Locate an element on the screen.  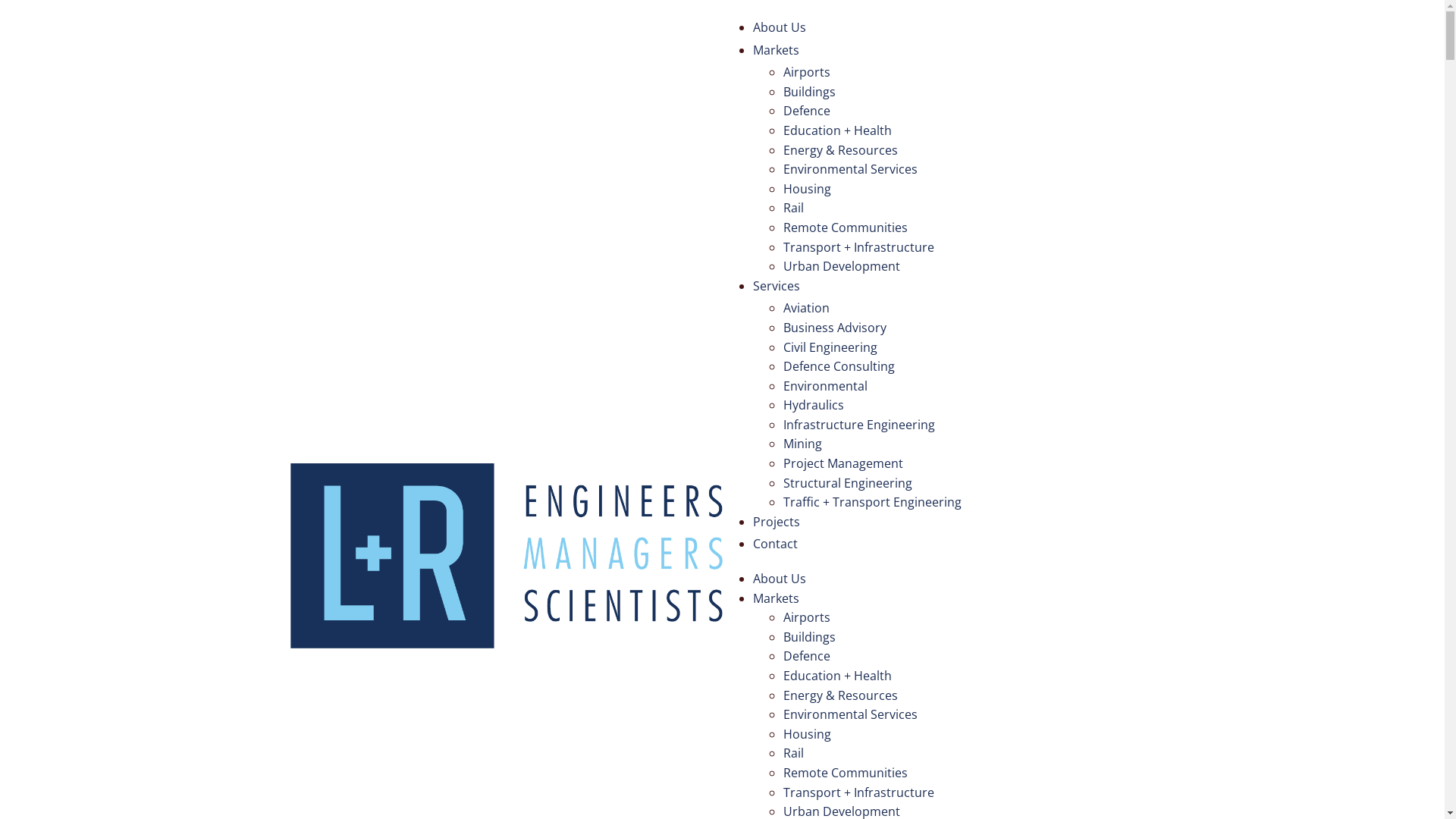
'Hydraulics' is located at coordinates (811, 403).